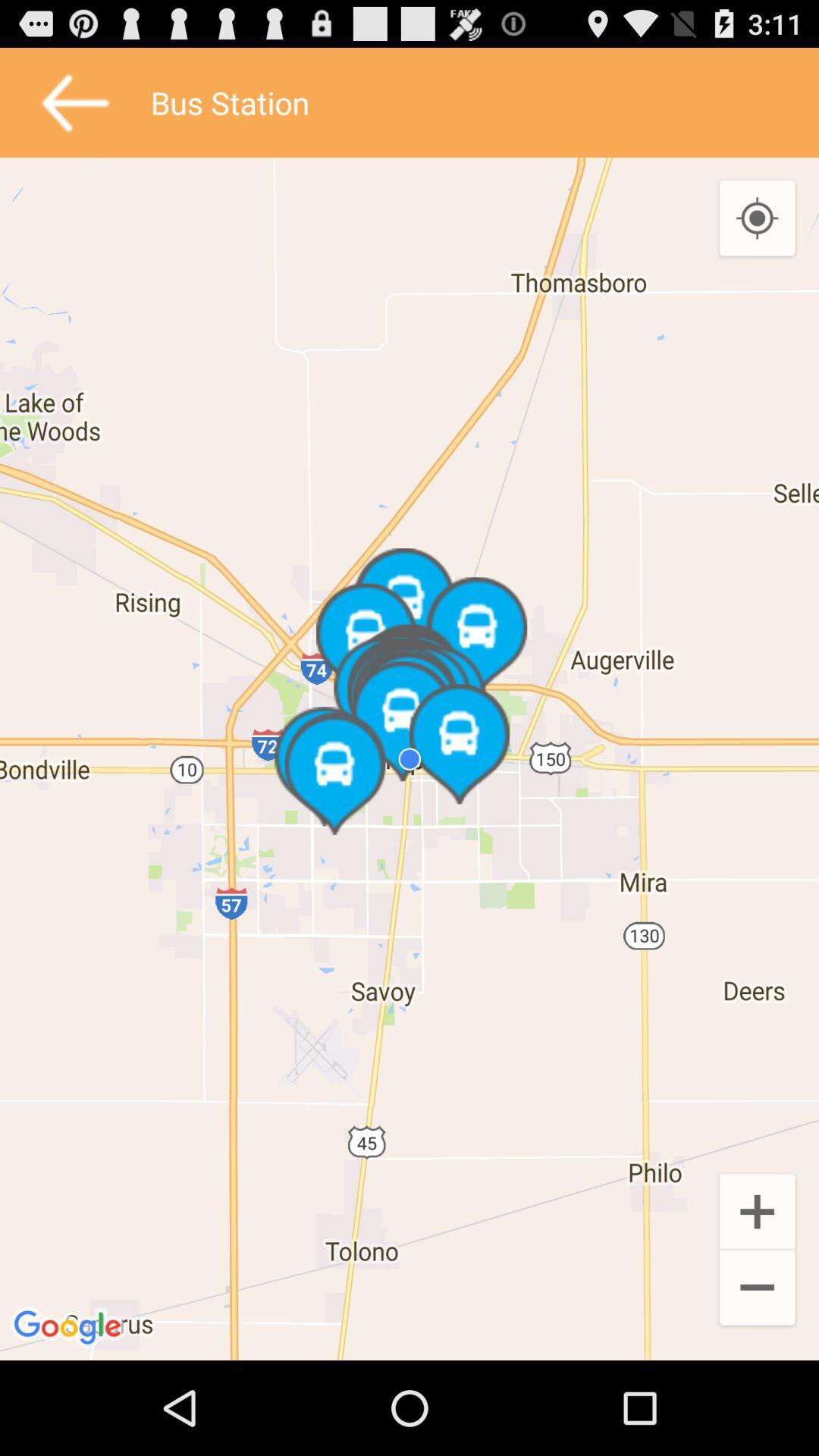 This screenshot has width=819, height=1456. What do you see at coordinates (757, 1294) in the screenshot?
I see `the add icon` at bounding box center [757, 1294].